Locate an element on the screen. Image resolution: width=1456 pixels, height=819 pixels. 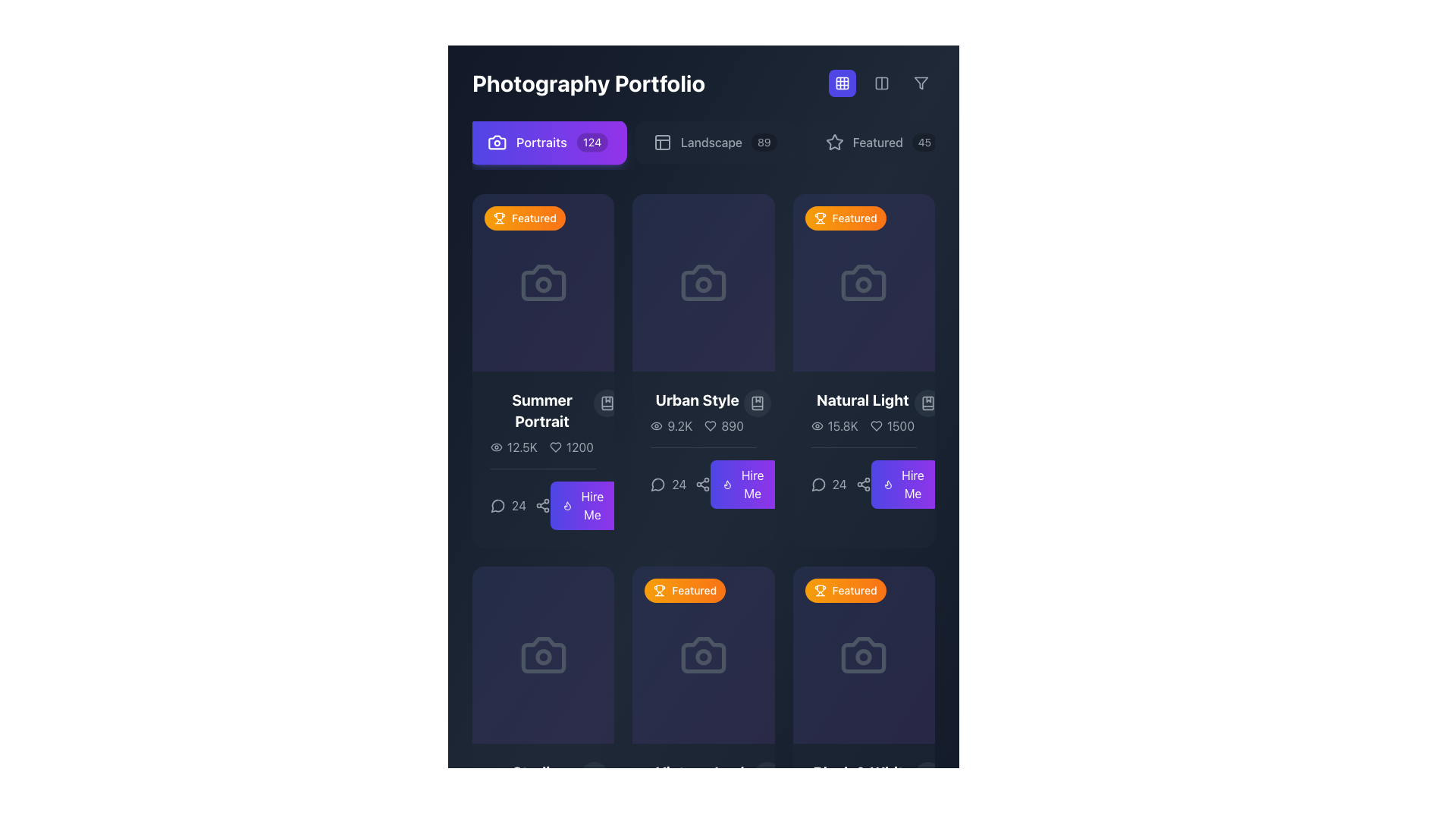
the 'Landscape' button with dark background and light gray text is located at coordinates (714, 143).